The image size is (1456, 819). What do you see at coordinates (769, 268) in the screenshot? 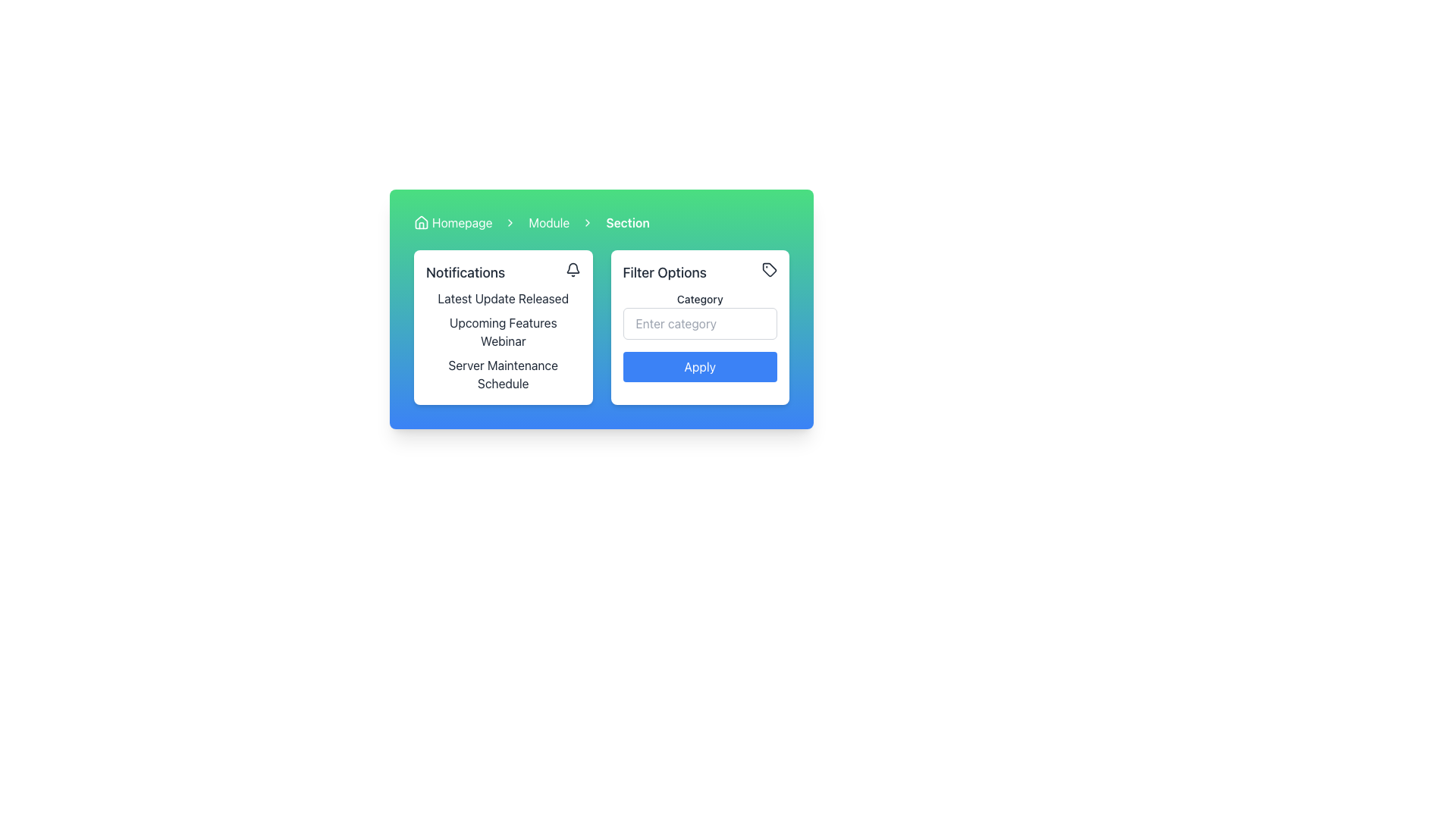
I see `the tag-shaped icon located in the upper-right corner of the 'Filter Options' section, which has a minimalistic black stroke outline and a hollow center` at bounding box center [769, 268].